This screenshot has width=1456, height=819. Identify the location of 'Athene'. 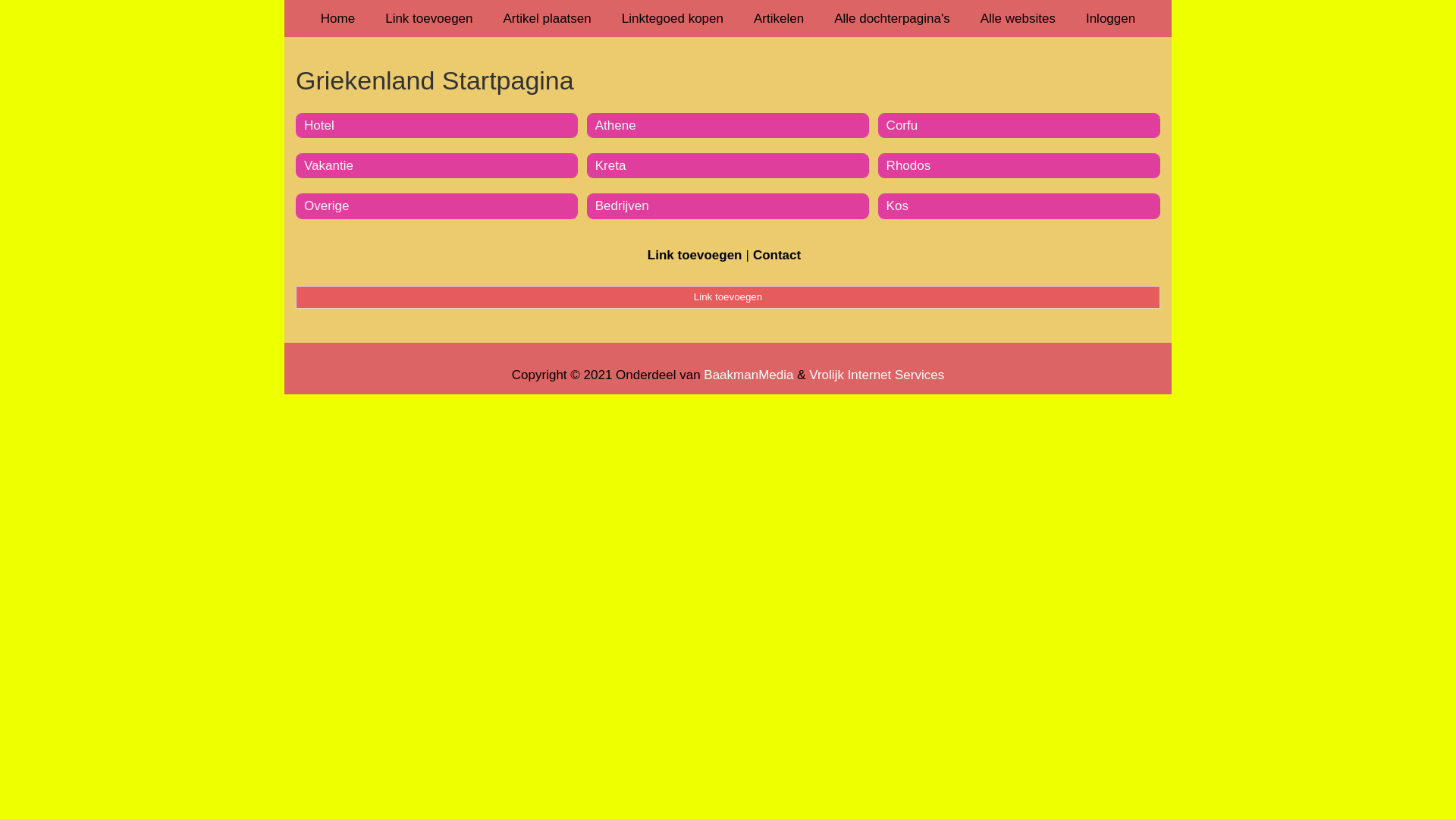
(615, 124).